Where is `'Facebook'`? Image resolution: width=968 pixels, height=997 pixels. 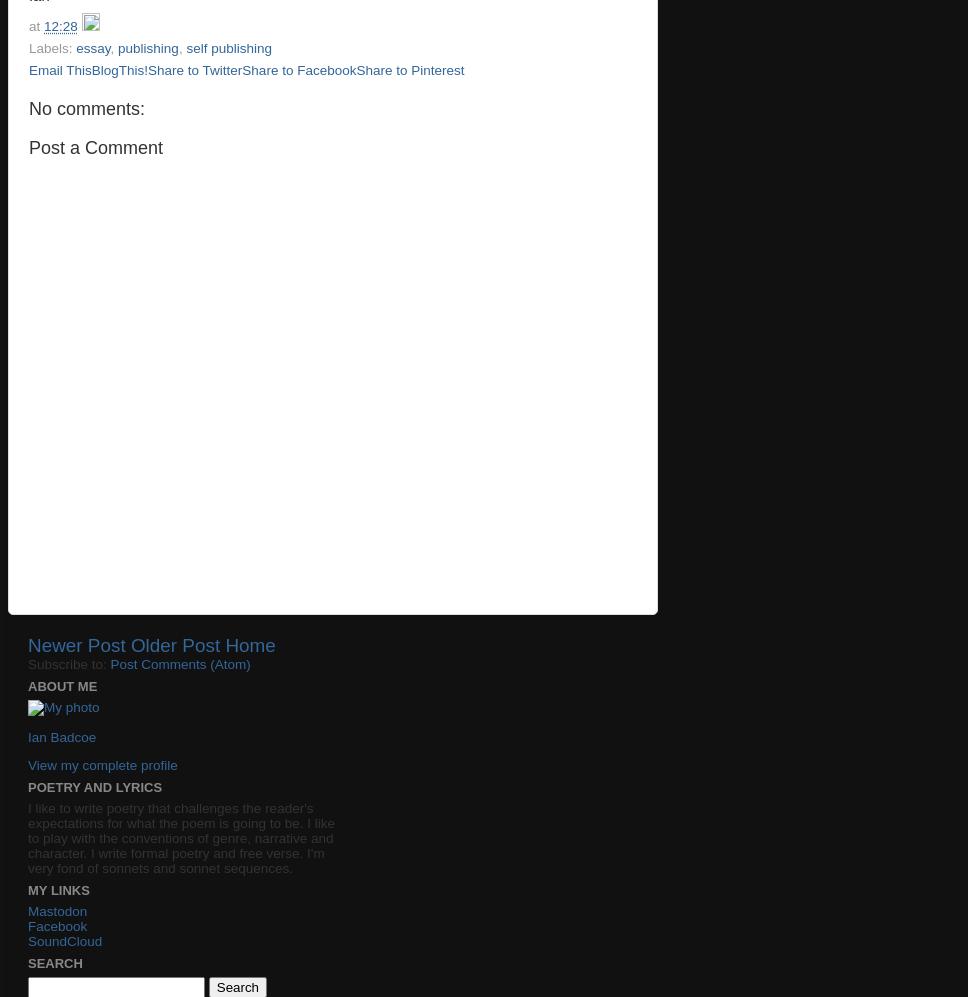 'Facebook' is located at coordinates (56, 926).